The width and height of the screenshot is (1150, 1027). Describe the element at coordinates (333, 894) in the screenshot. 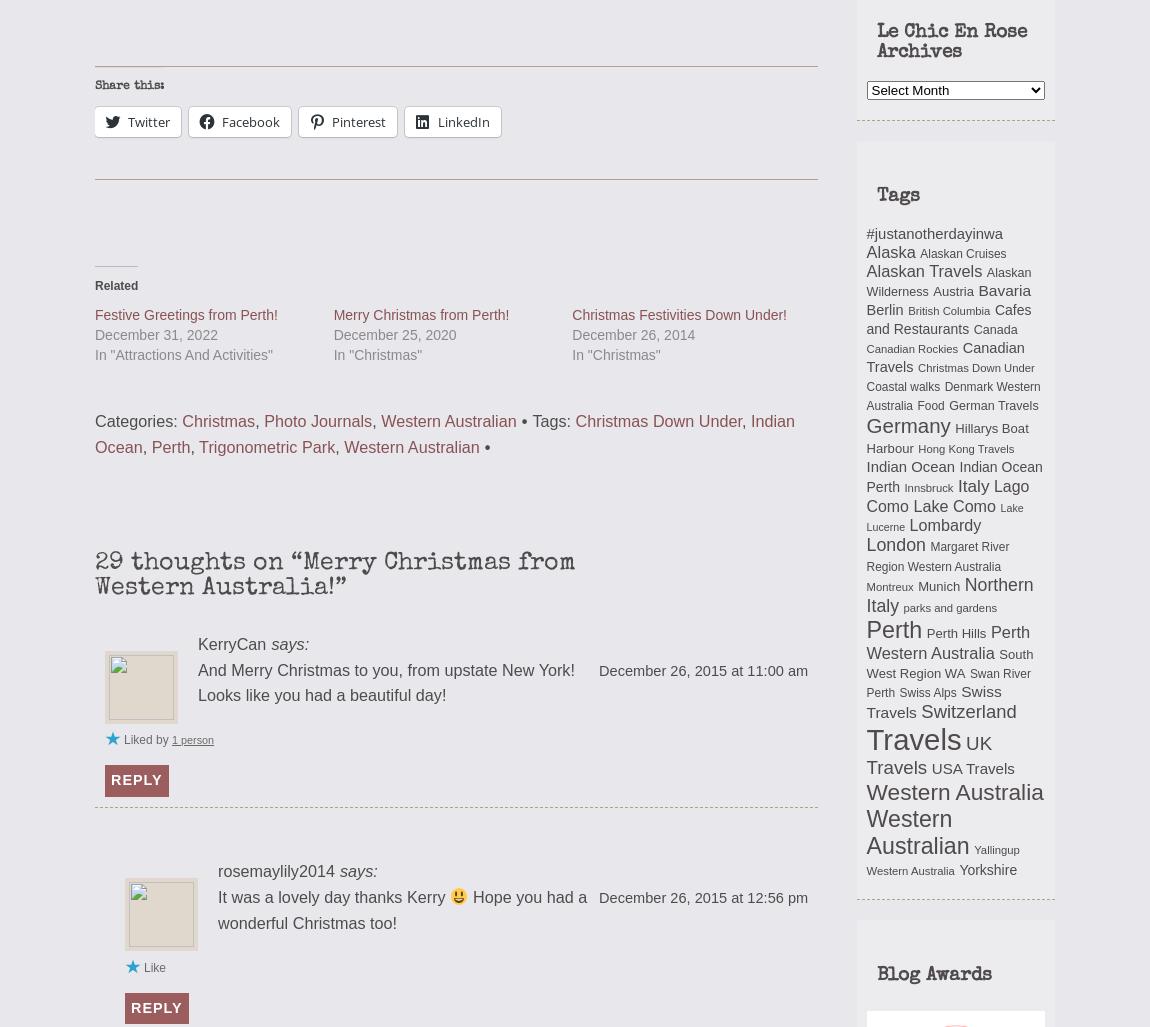

I see `'It was a lovely day thanks Kerry'` at that location.